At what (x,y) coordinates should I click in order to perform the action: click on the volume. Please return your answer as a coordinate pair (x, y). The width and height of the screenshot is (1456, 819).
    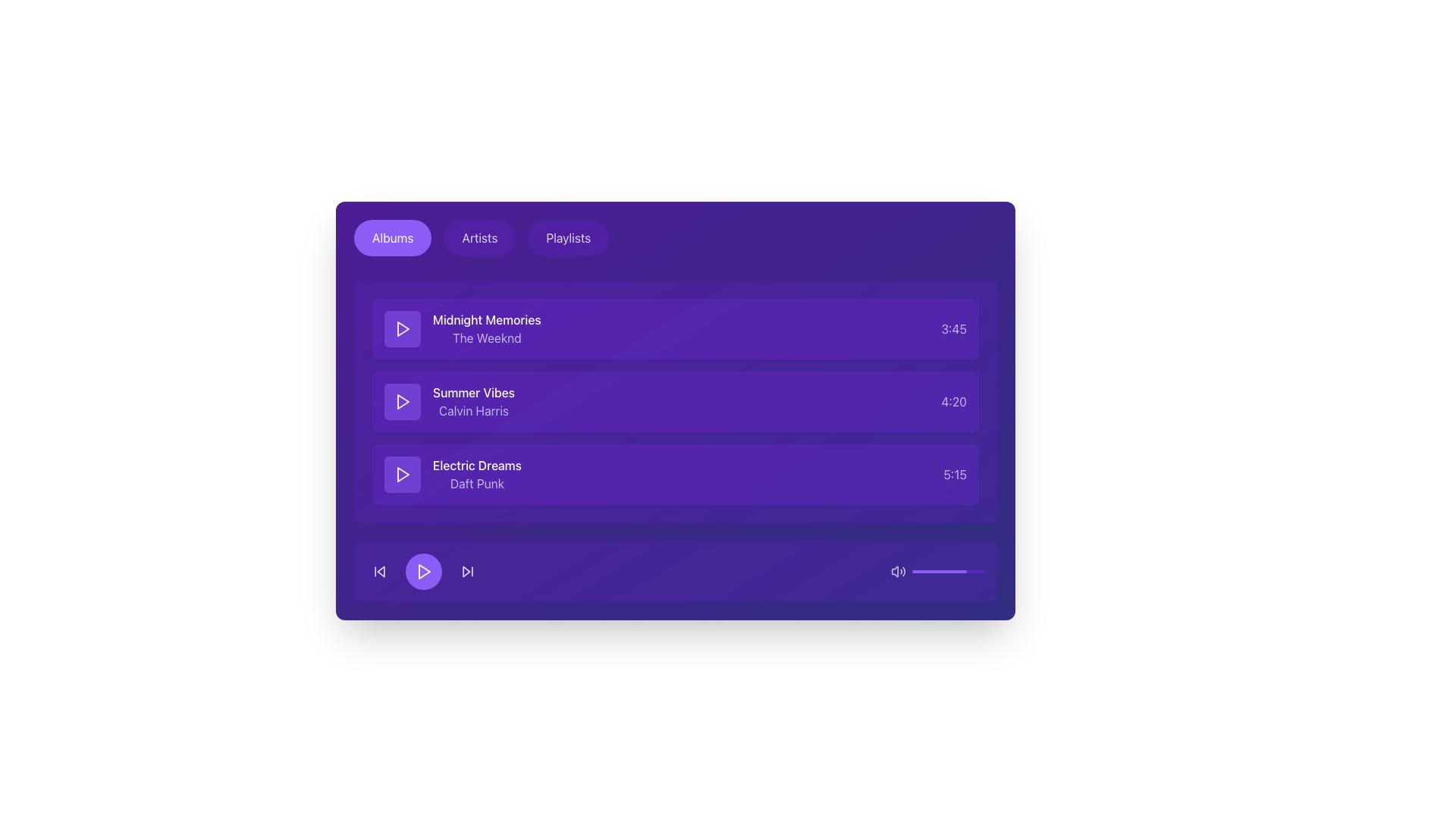
    Looking at the image, I should click on (949, 571).